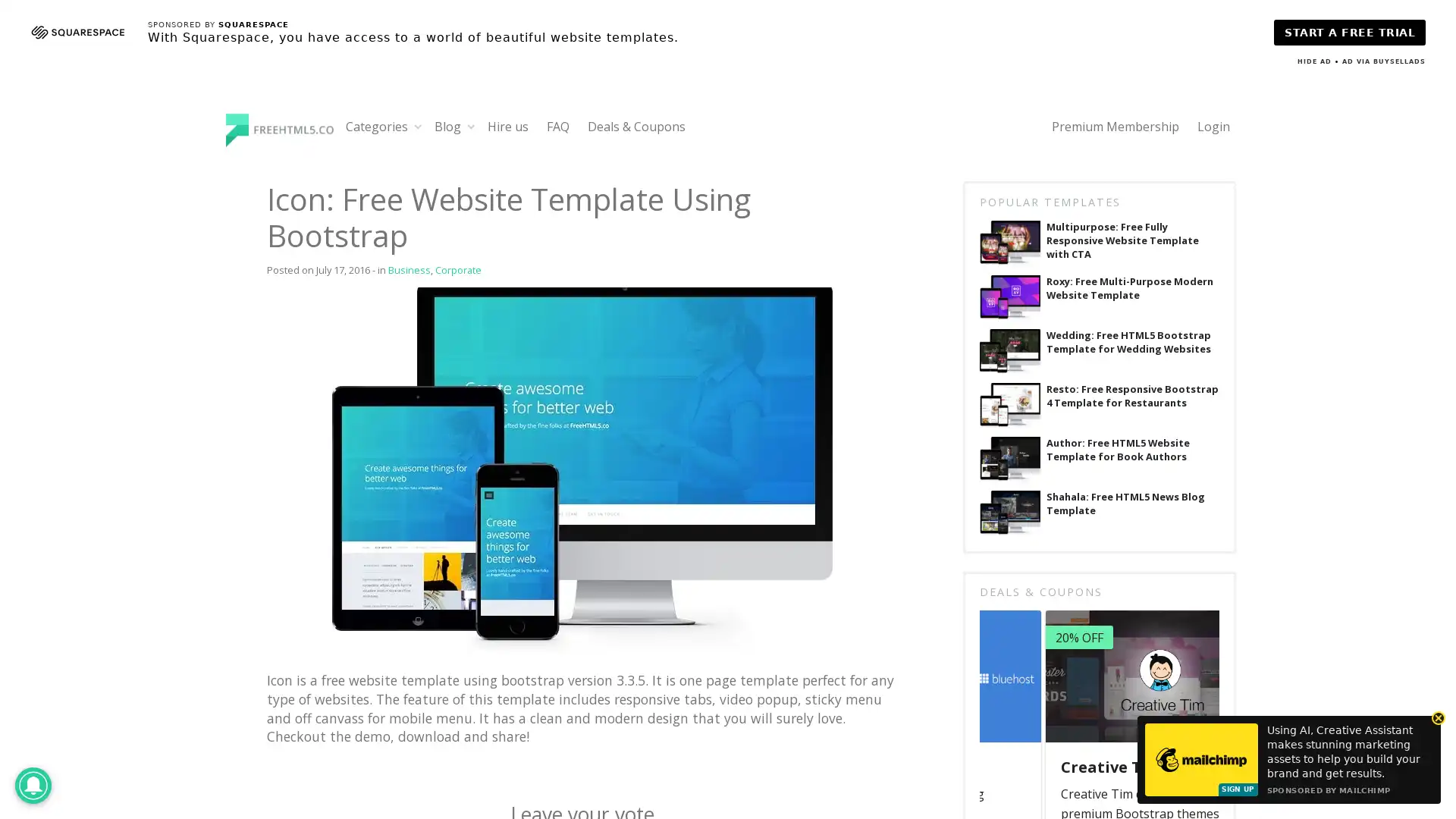 This screenshot has width=1456, height=819. Describe the element at coordinates (470, 125) in the screenshot. I see `Expand child menu` at that location.